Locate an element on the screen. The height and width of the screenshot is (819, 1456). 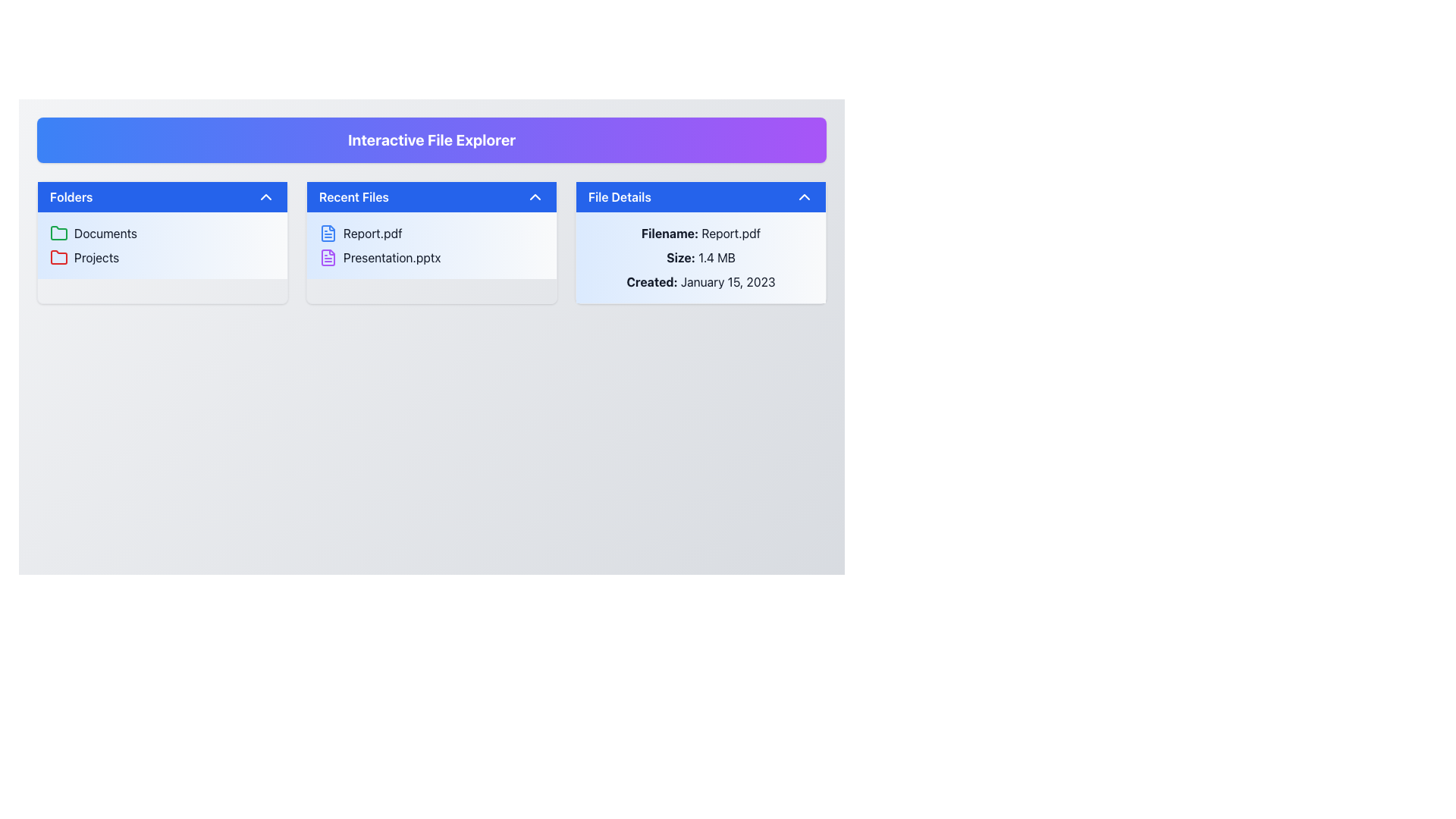
the 'Documents' folder in the list of folders is located at coordinates (162, 234).